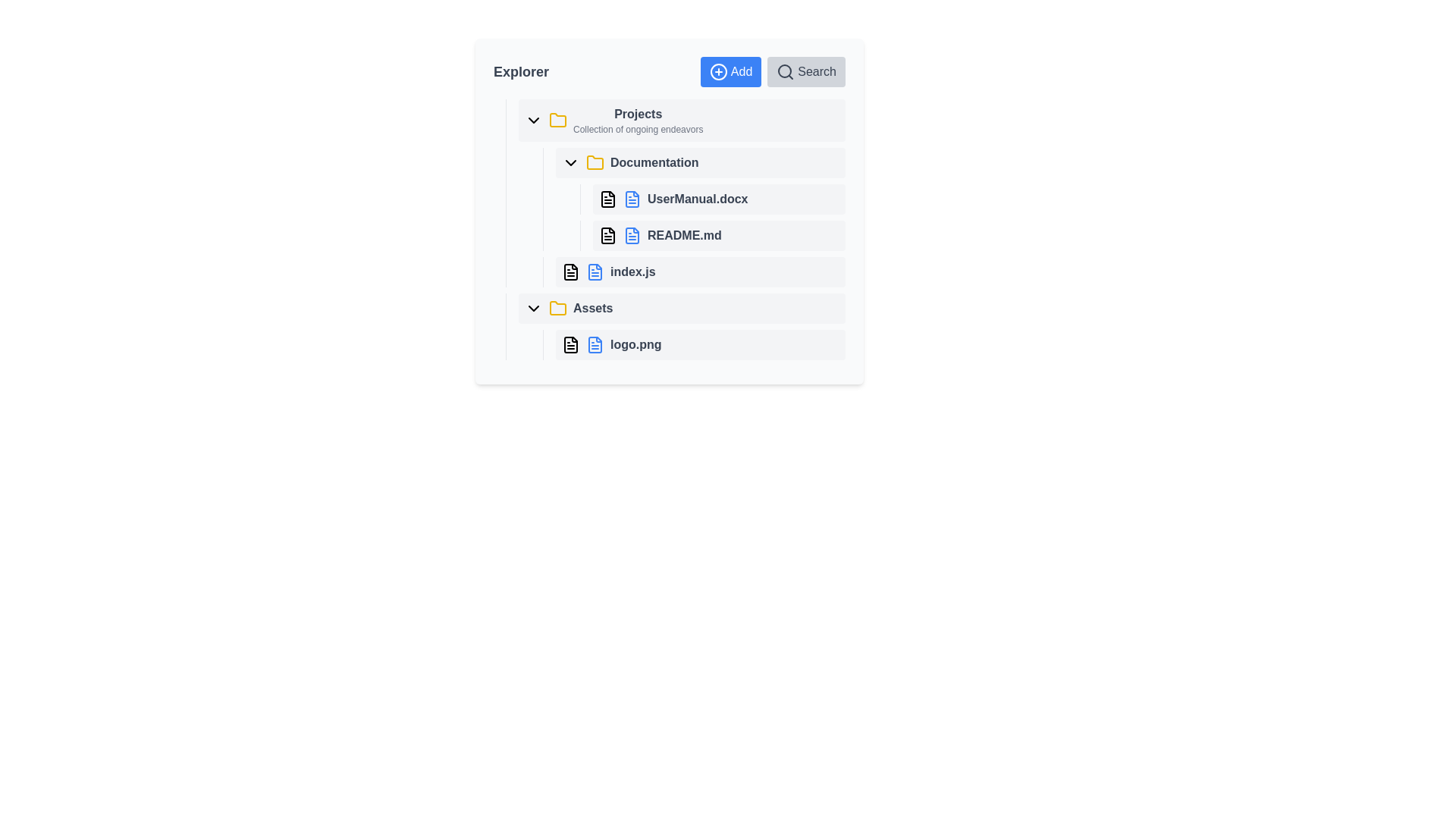 The width and height of the screenshot is (1456, 819). I want to click on the file icon representing 'logo.png' in the file explorer, so click(595, 345).